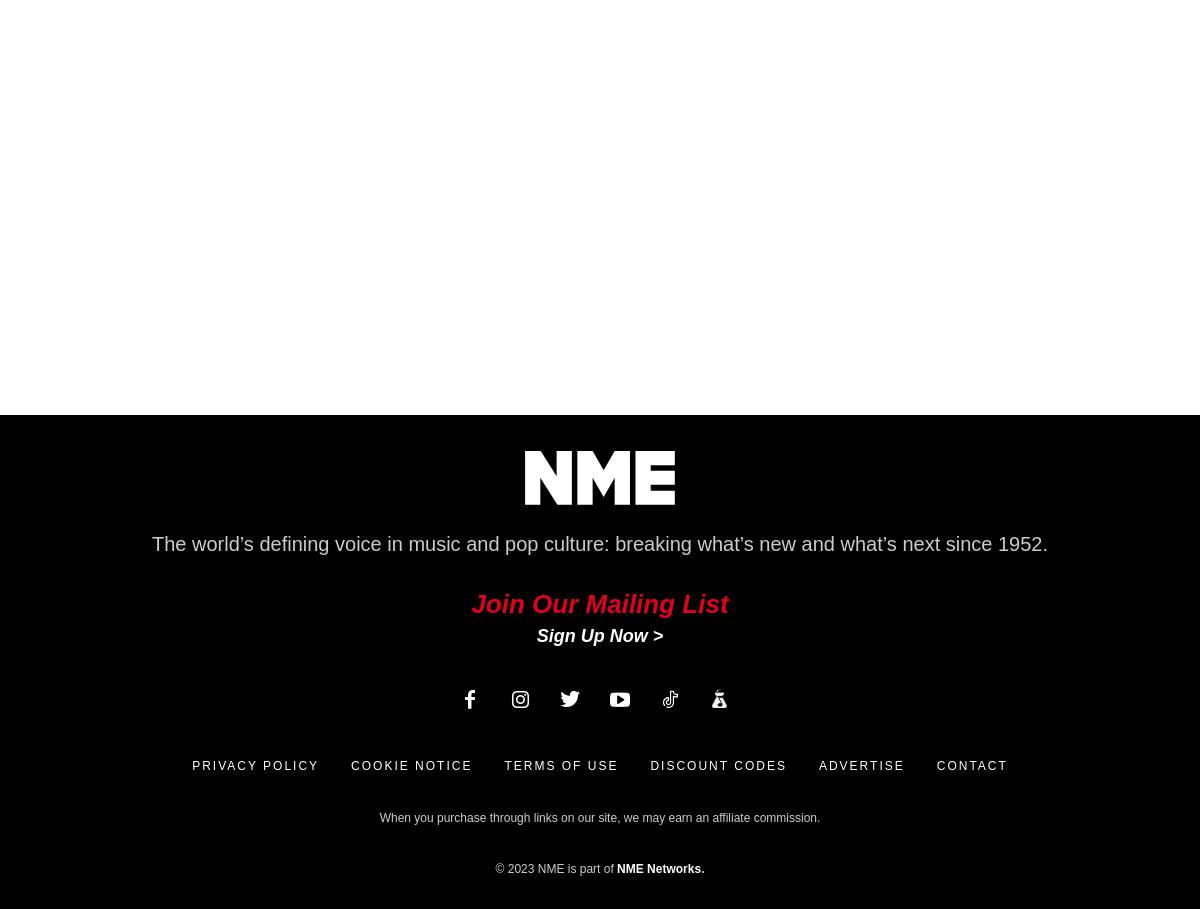 The height and width of the screenshot is (909, 1200). What do you see at coordinates (659, 867) in the screenshot?
I see `'NME Networks'` at bounding box center [659, 867].